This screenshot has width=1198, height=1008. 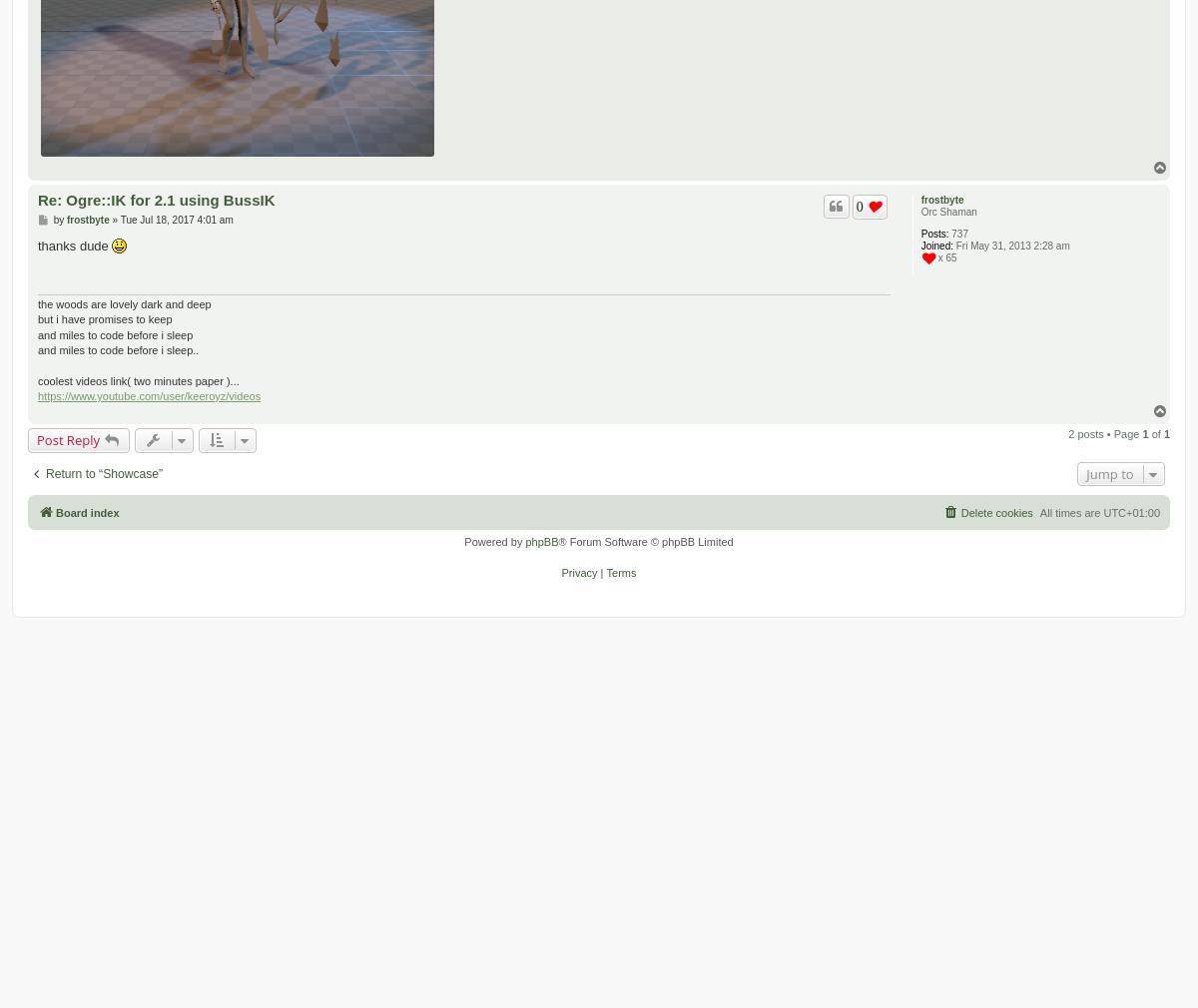 What do you see at coordinates (605, 570) in the screenshot?
I see `'Terms'` at bounding box center [605, 570].